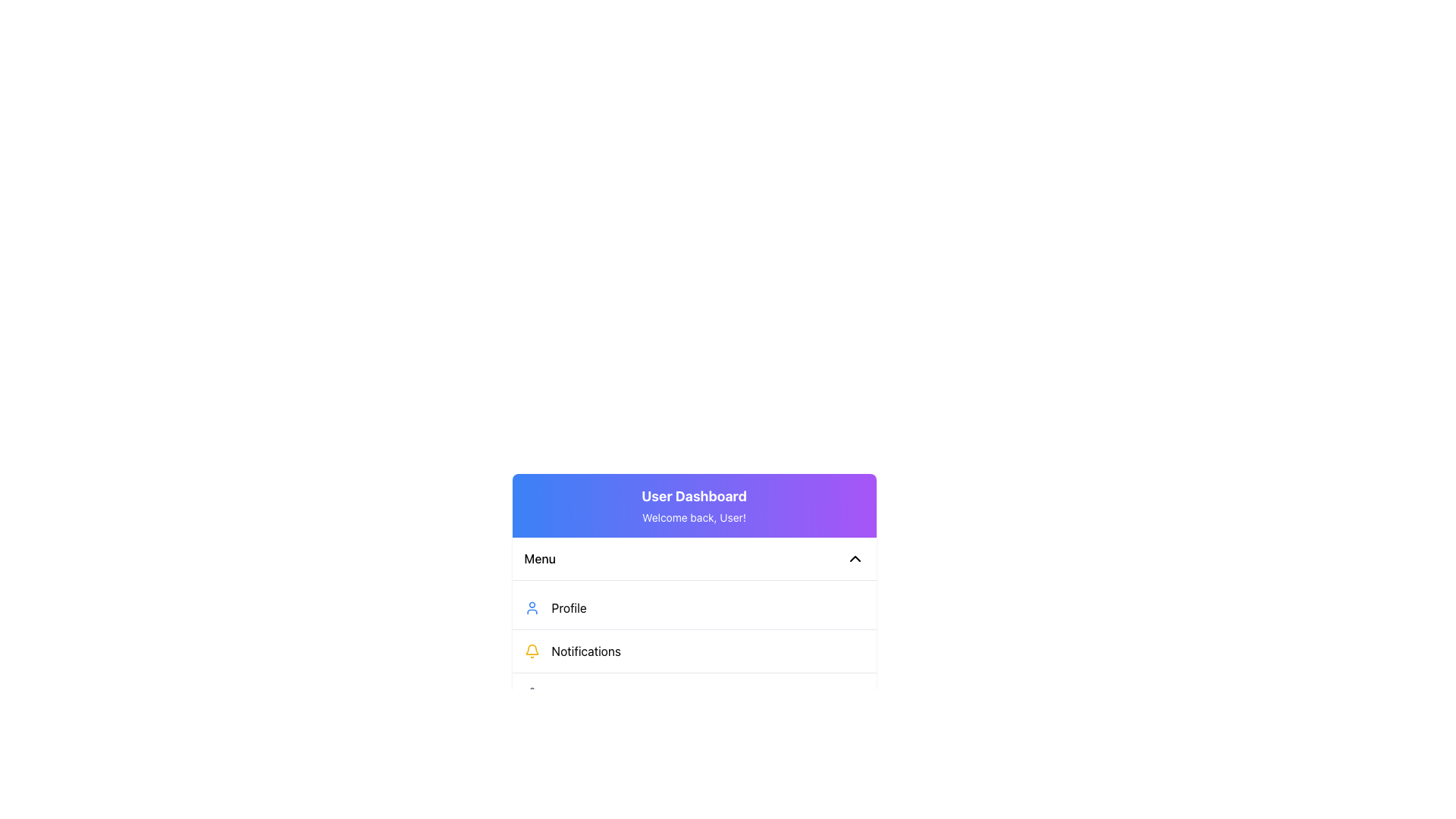 This screenshot has height=819, width=1456. Describe the element at coordinates (693, 688) in the screenshot. I see `keyboard navigation` at that location.